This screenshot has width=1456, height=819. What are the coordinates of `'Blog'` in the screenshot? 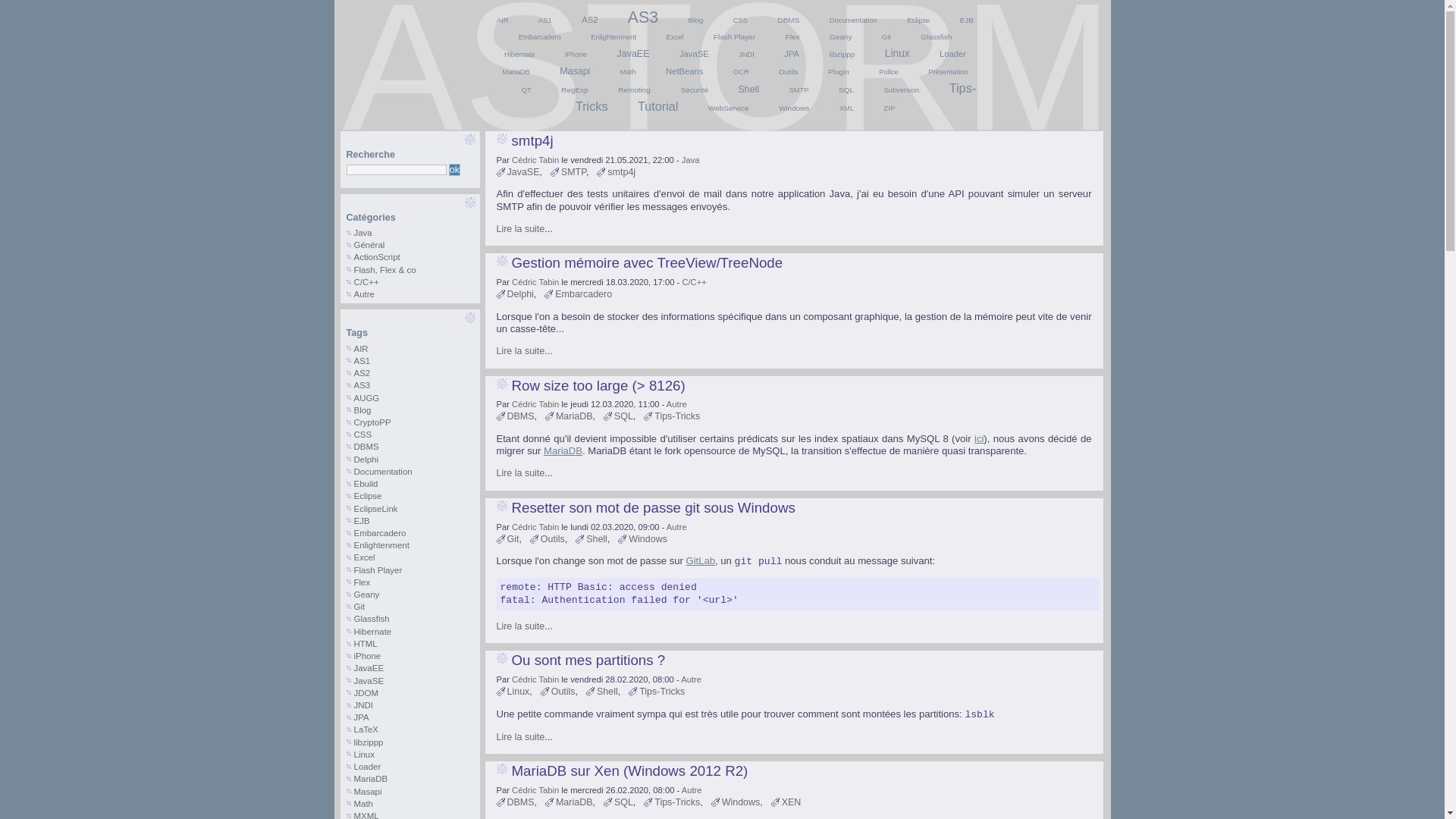 It's located at (694, 20).